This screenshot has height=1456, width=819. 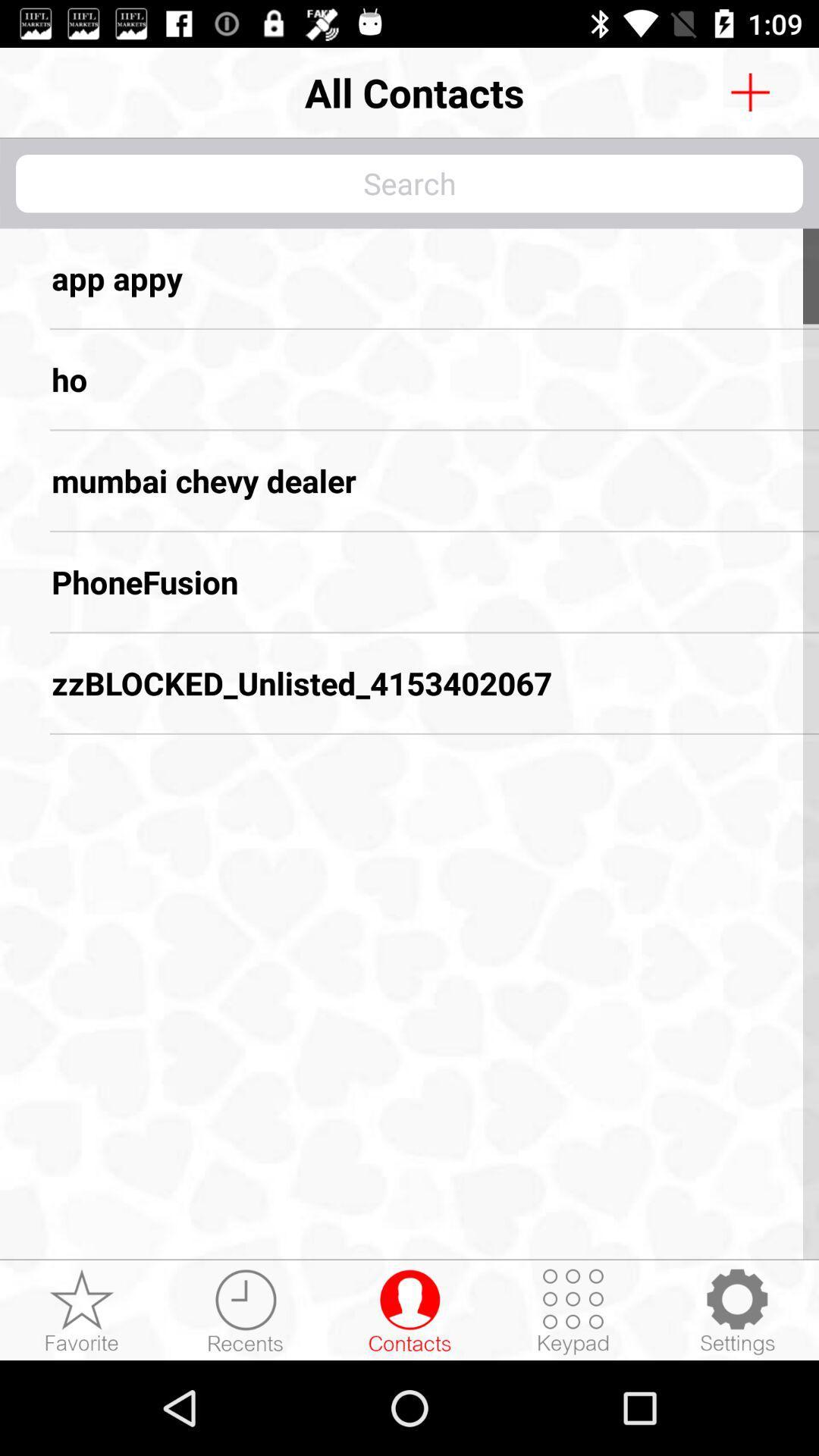 I want to click on contacts, so click(x=409, y=1310).